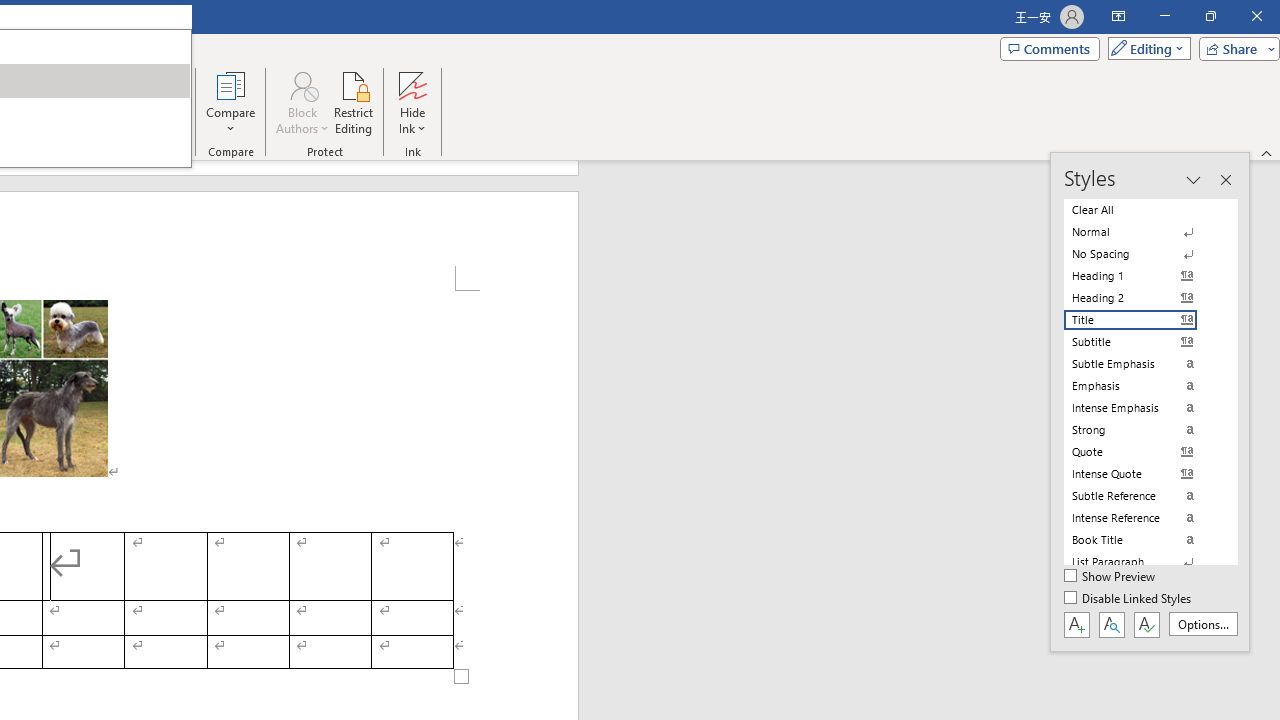 This screenshot has width=1280, height=720. Describe the element at coordinates (1209, 16) in the screenshot. I see `'Restore Down'` at that location.